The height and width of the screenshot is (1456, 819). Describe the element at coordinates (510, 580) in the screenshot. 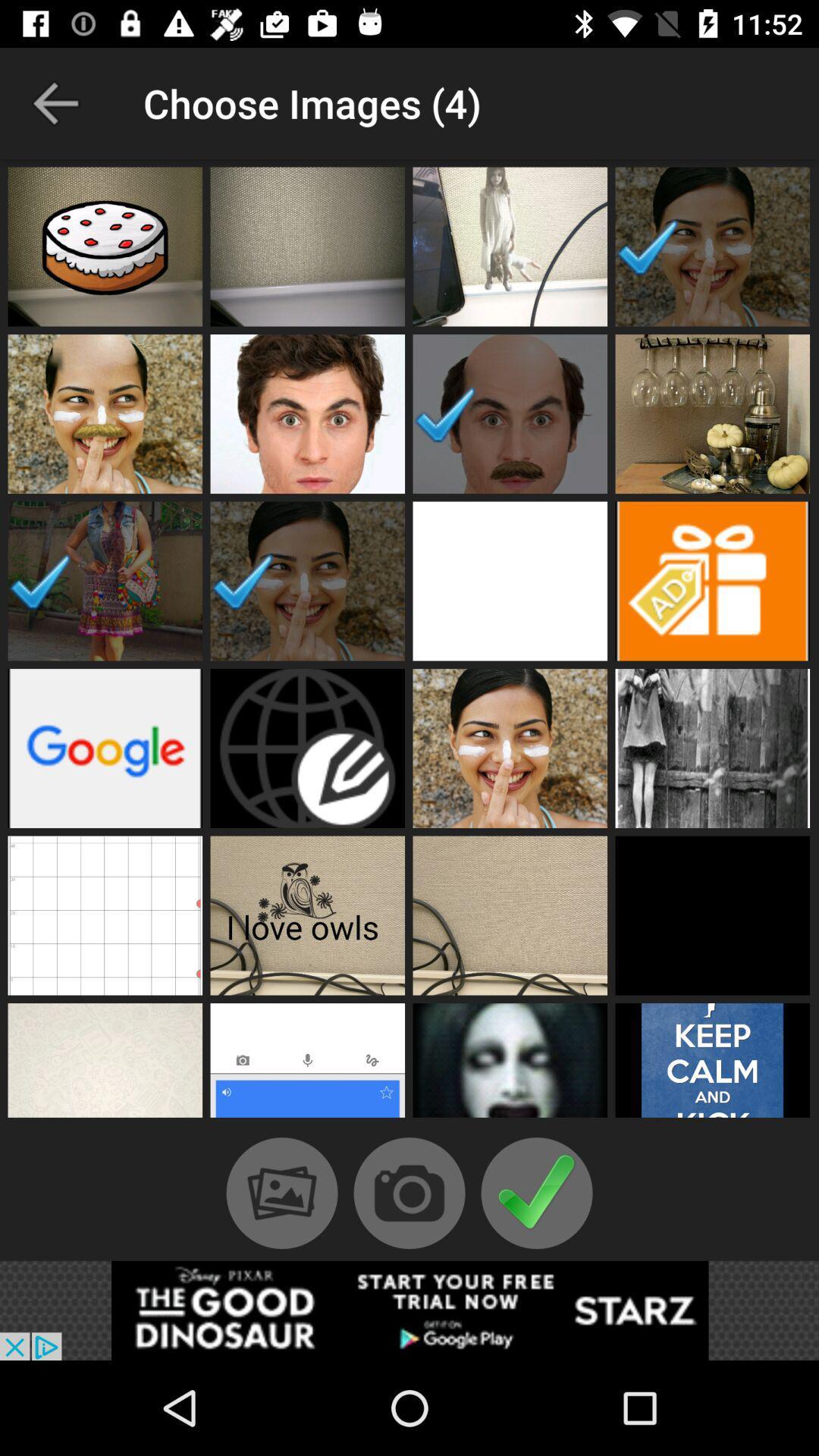

I see `choose image` at that location.